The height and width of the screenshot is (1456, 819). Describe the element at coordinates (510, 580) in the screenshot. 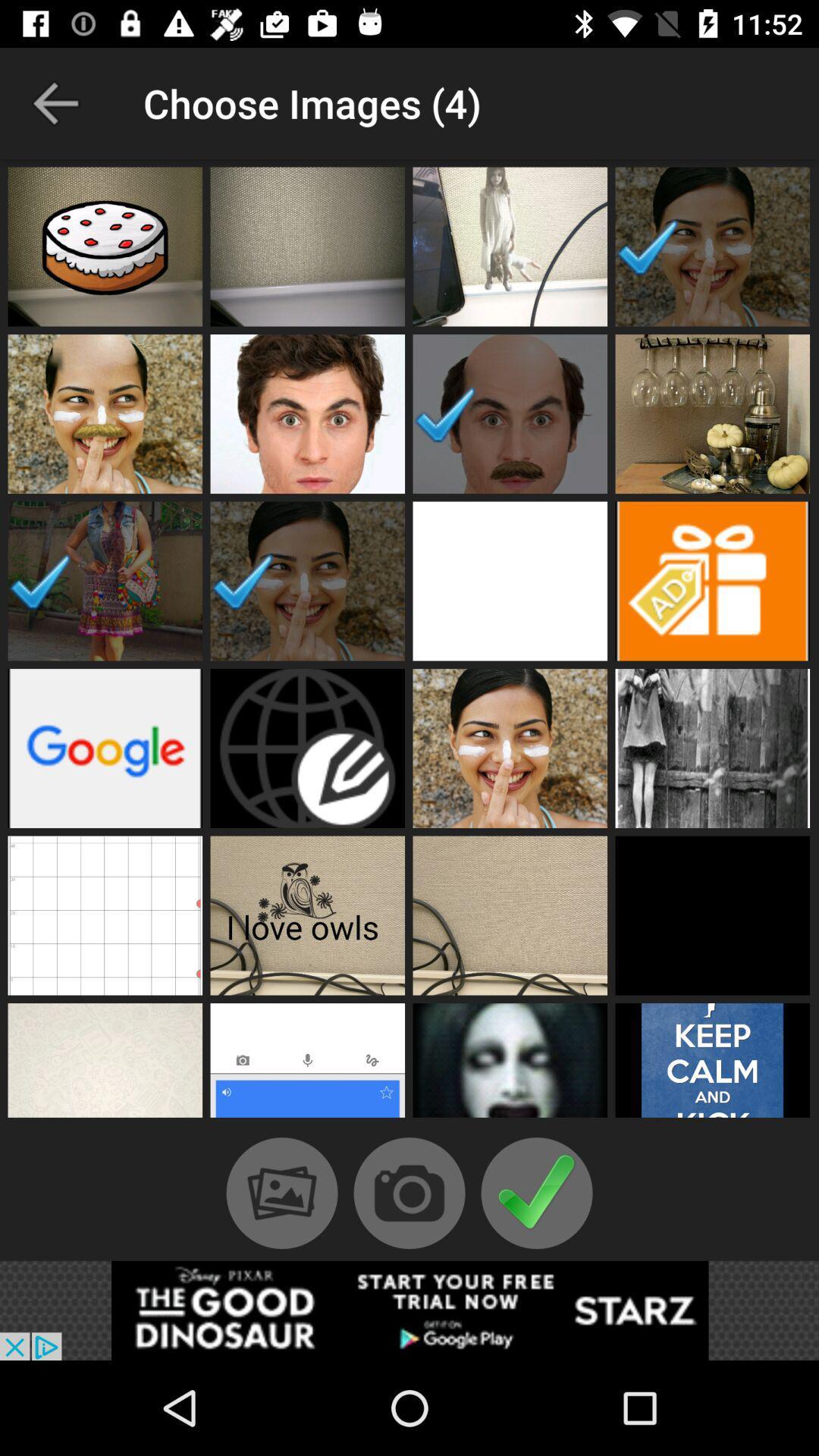

I see `choose image` at that location.